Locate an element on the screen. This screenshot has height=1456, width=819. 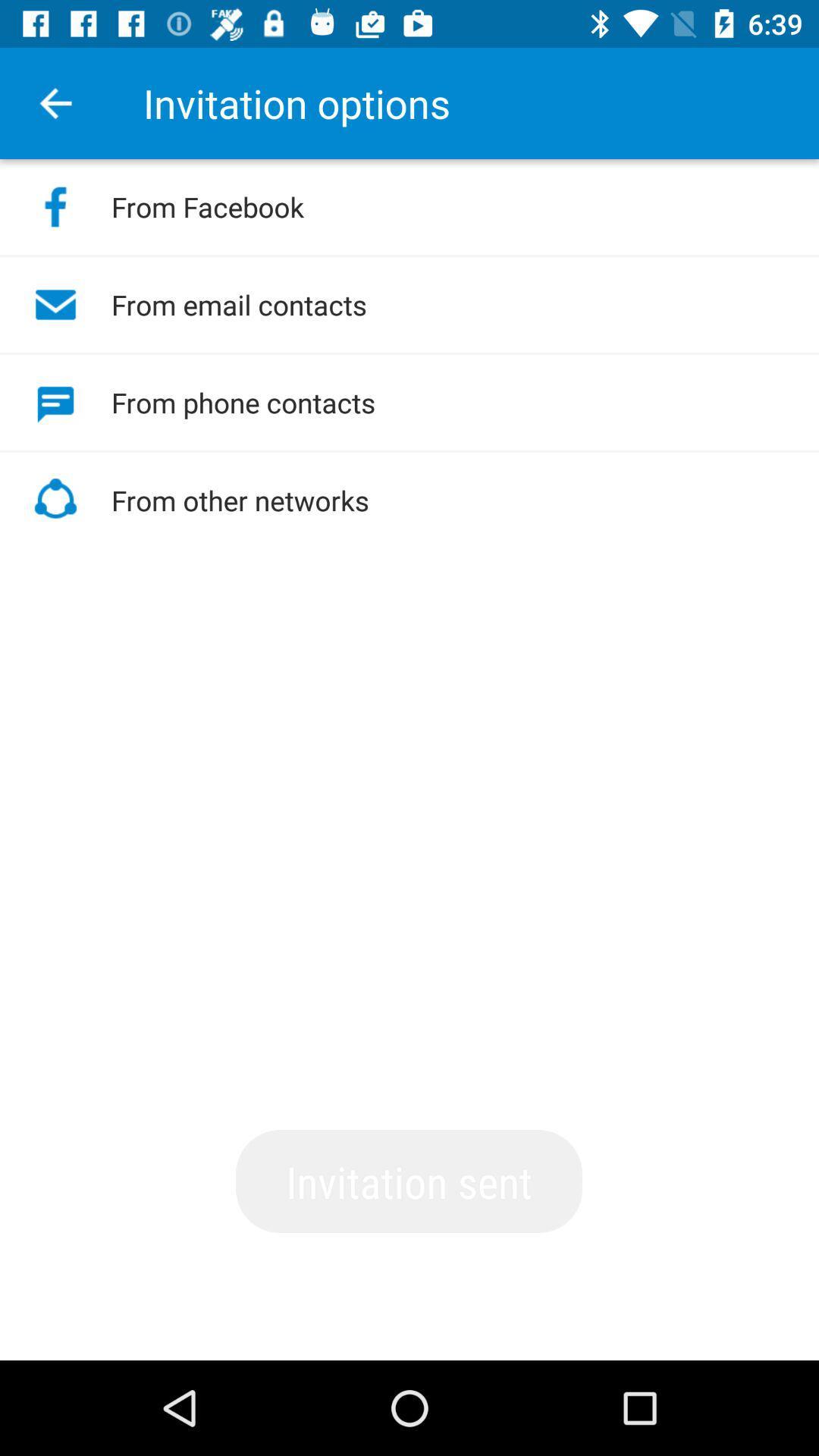
the item to the left of invitation options item is located at coordinates (55, 102).